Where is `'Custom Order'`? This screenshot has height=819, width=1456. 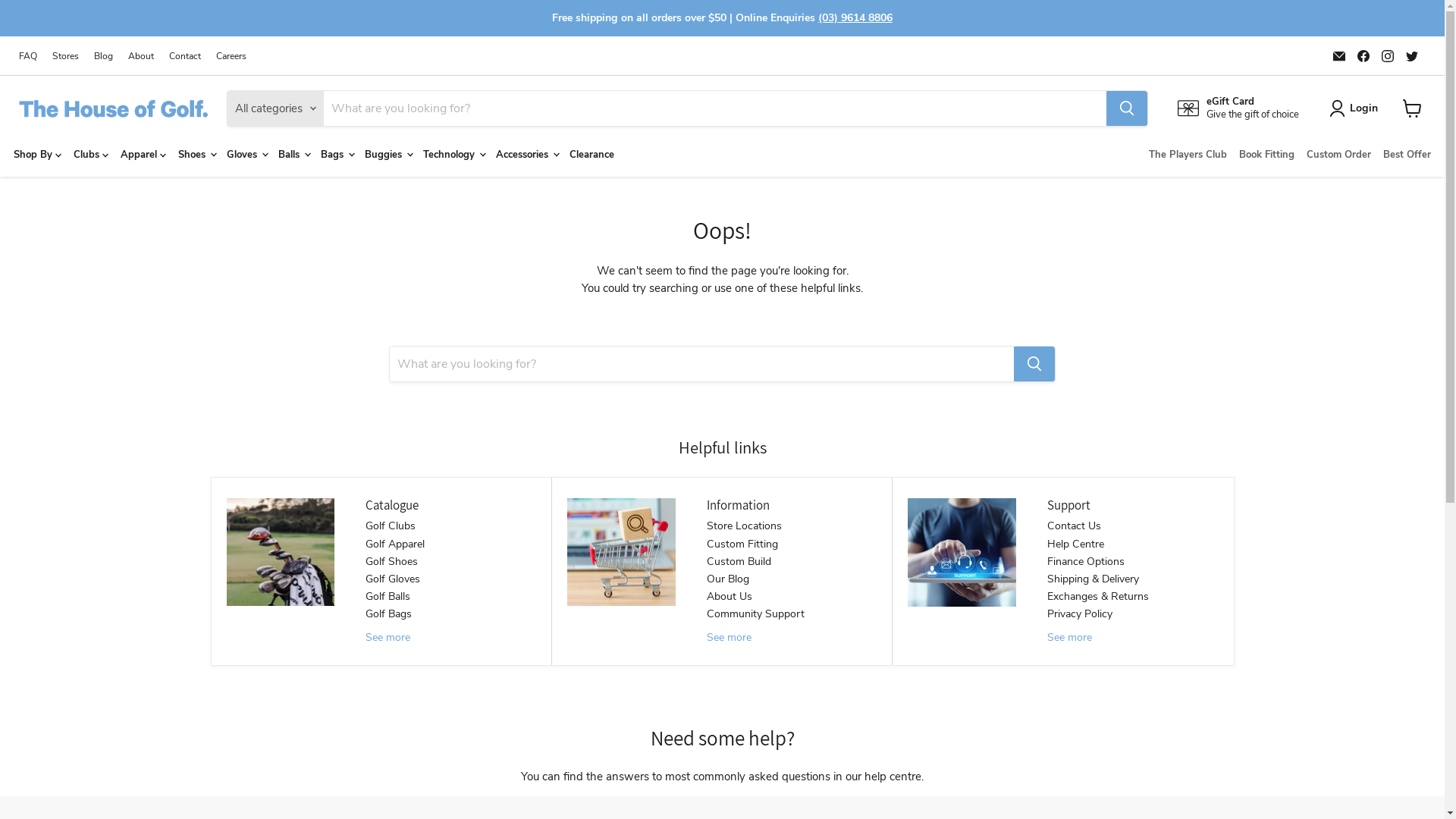
'Custom Order' is located at coordinates (1338, 155).